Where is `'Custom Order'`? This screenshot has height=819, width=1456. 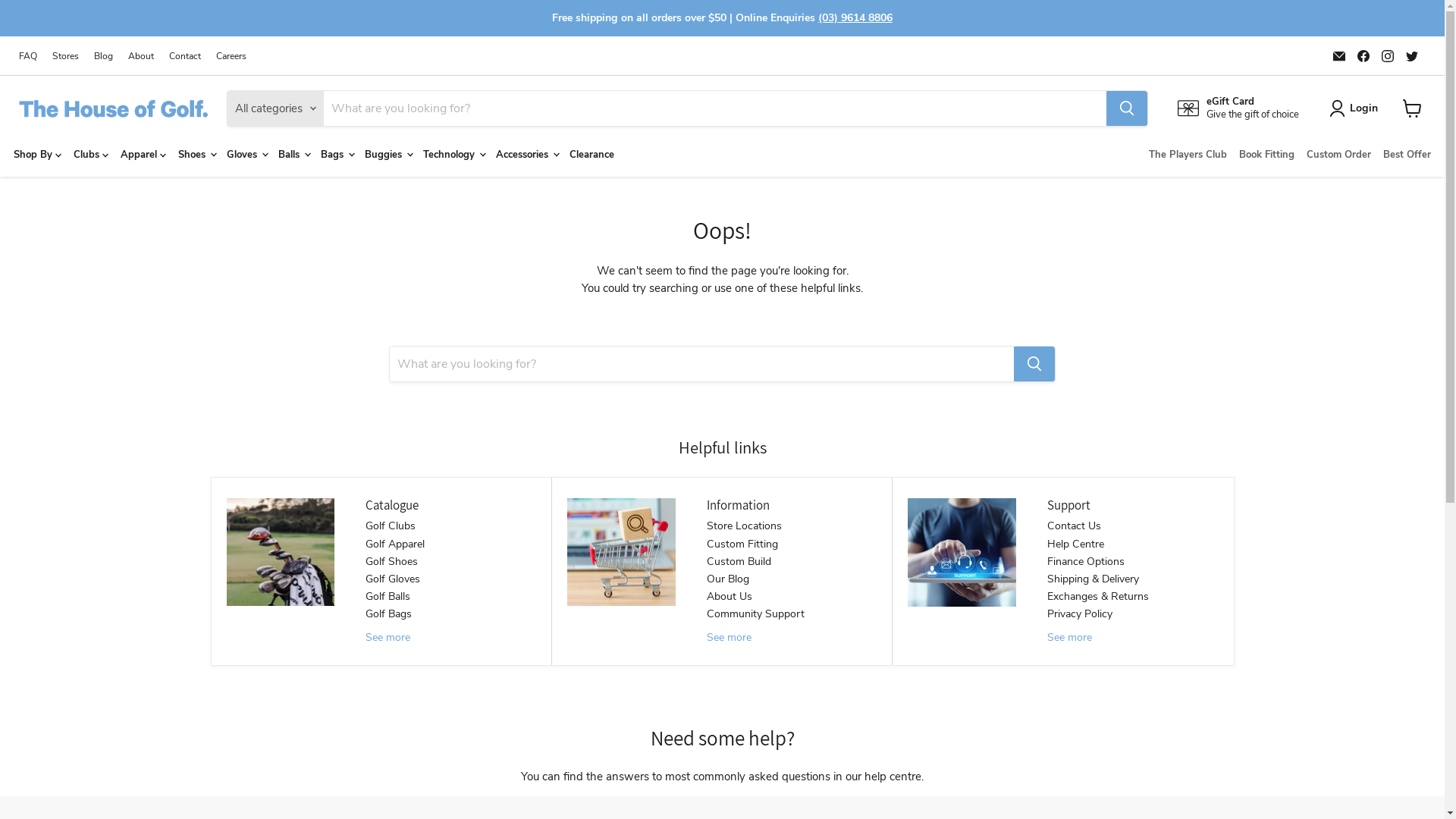
'Custom Order' is located at coordinates (1338, 155).